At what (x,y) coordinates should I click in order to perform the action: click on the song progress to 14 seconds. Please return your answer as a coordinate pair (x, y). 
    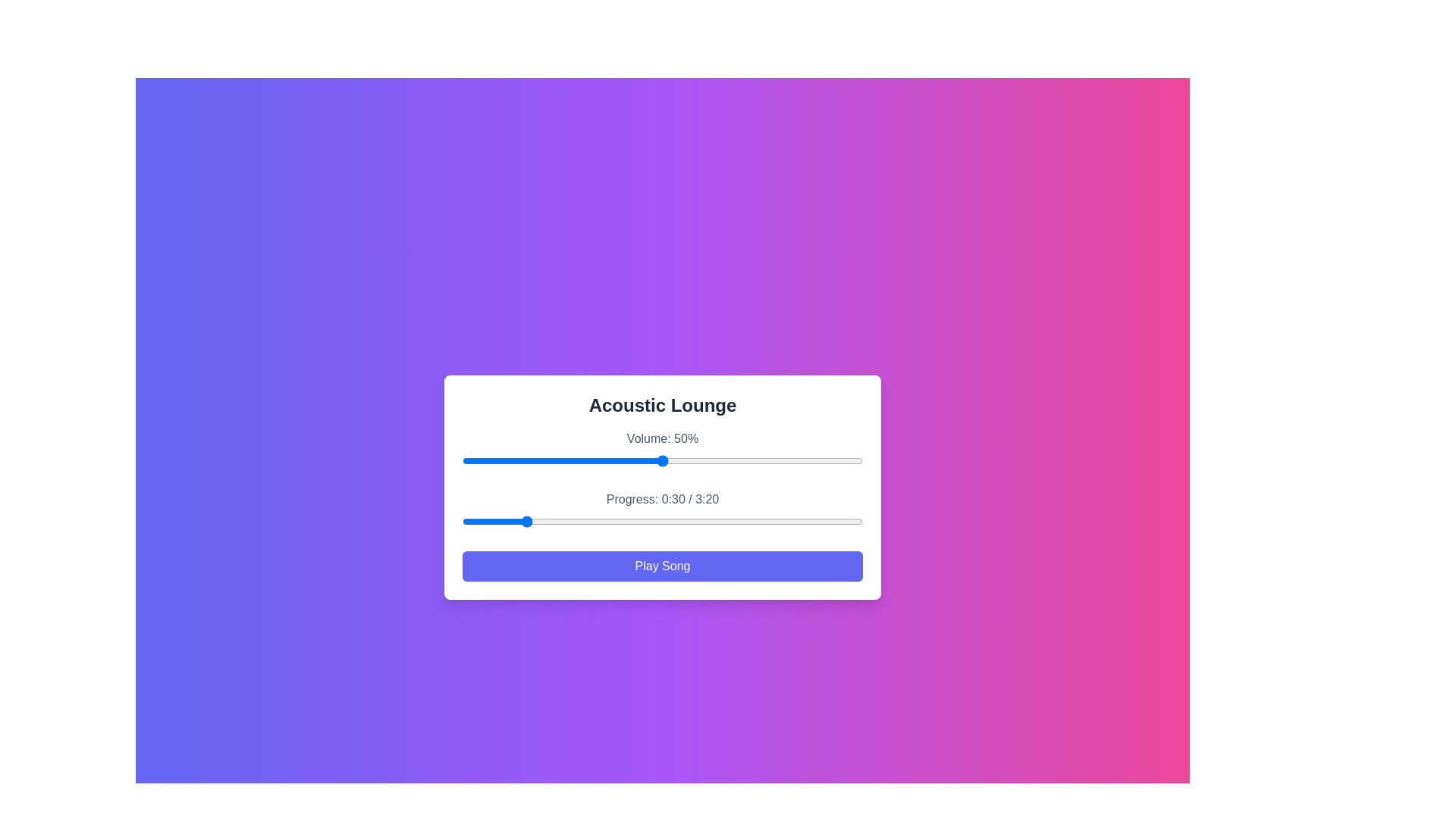
    Looking at the image, I should click on (491, 520).